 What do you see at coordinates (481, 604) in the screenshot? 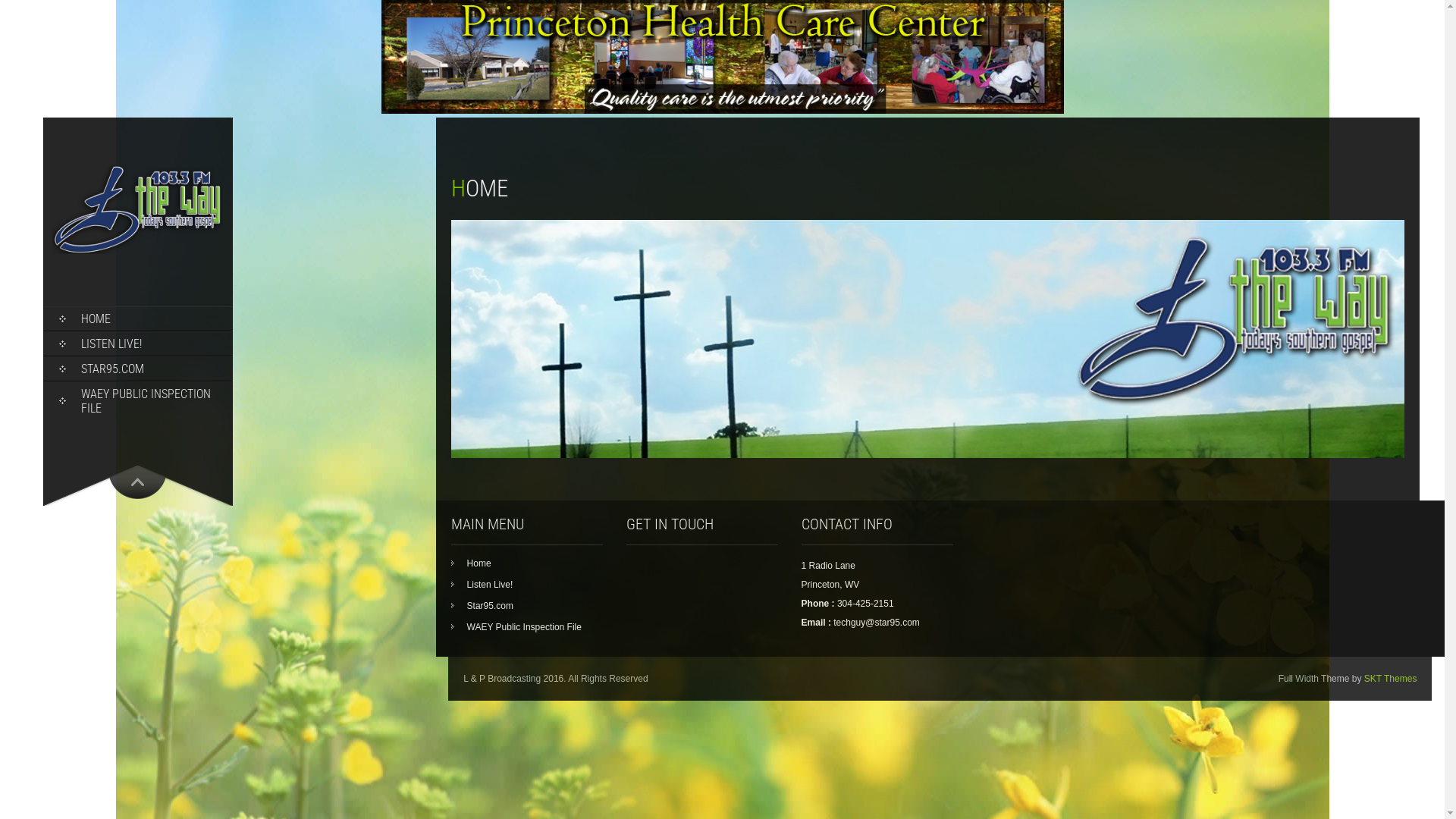
I see `'Star95.com'` at bounding box center [481, 604].